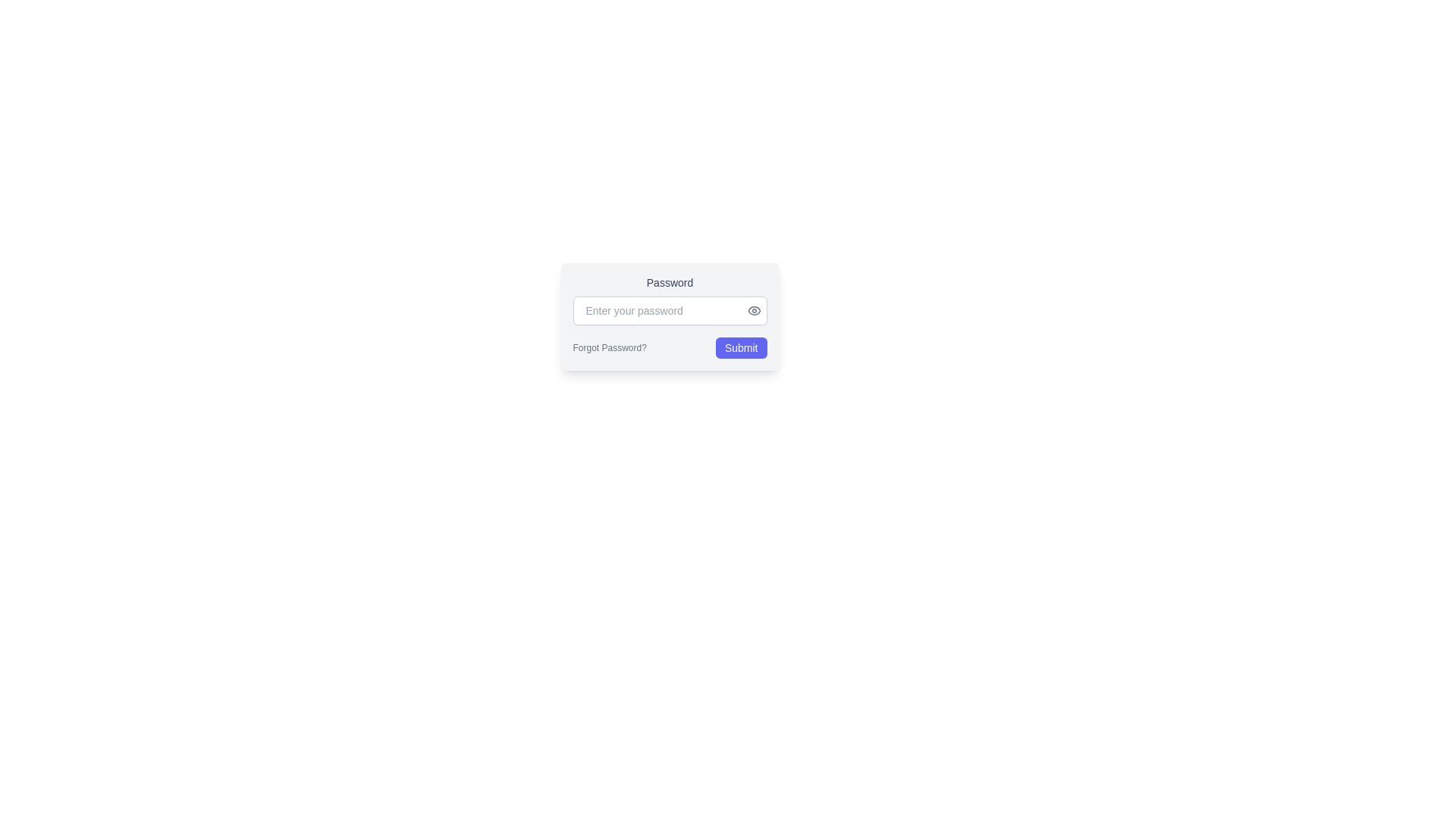 This screenshot has height=819, width=1456. What do you see at coordinates (754, 309) in the screenshot?
I see `the eye-shaped visibility toggle icon located immediately to the right of the password input field` at bounding box center [754, 309].